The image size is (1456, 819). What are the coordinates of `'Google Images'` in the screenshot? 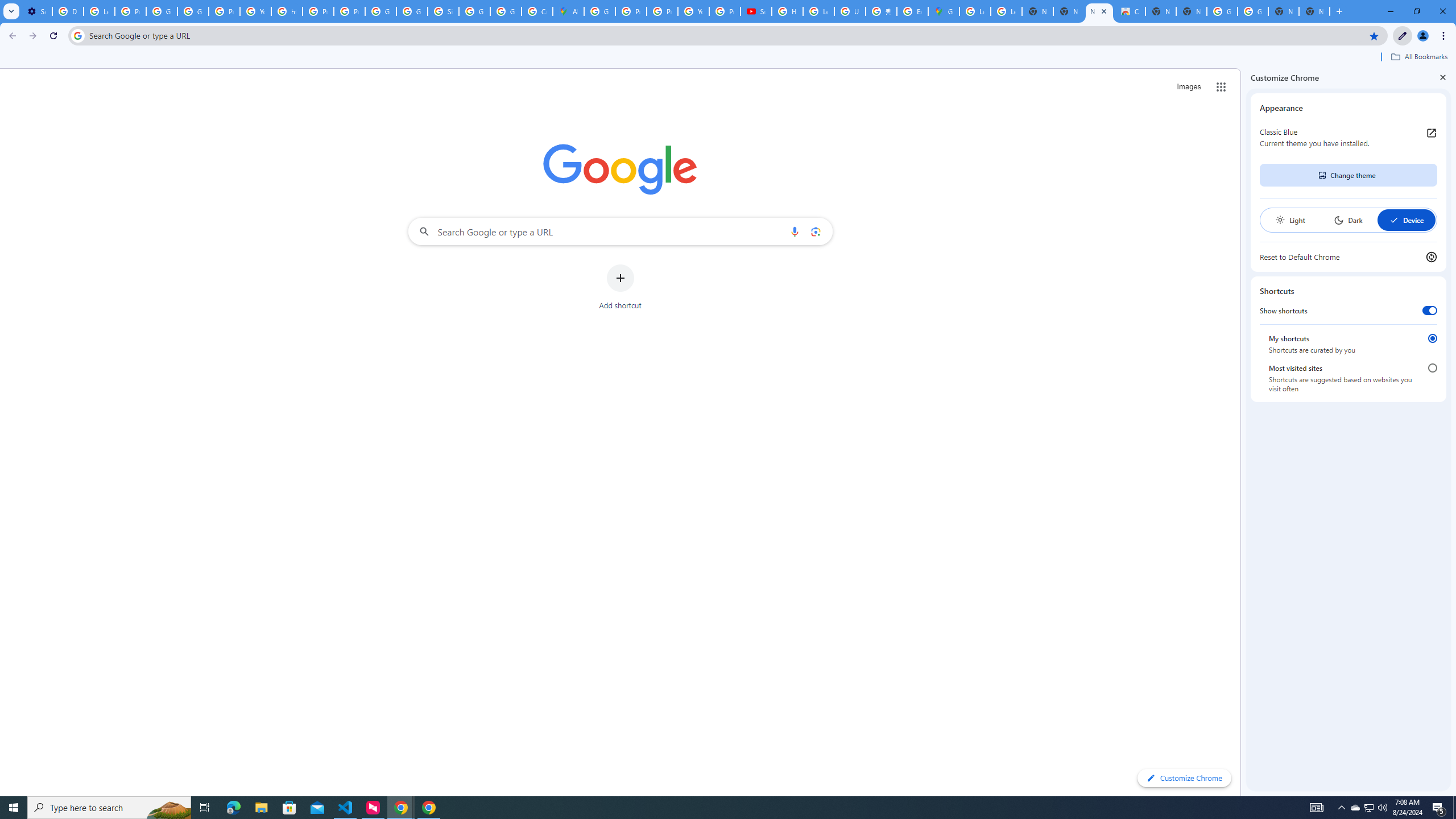 It's located at (1222, 11).